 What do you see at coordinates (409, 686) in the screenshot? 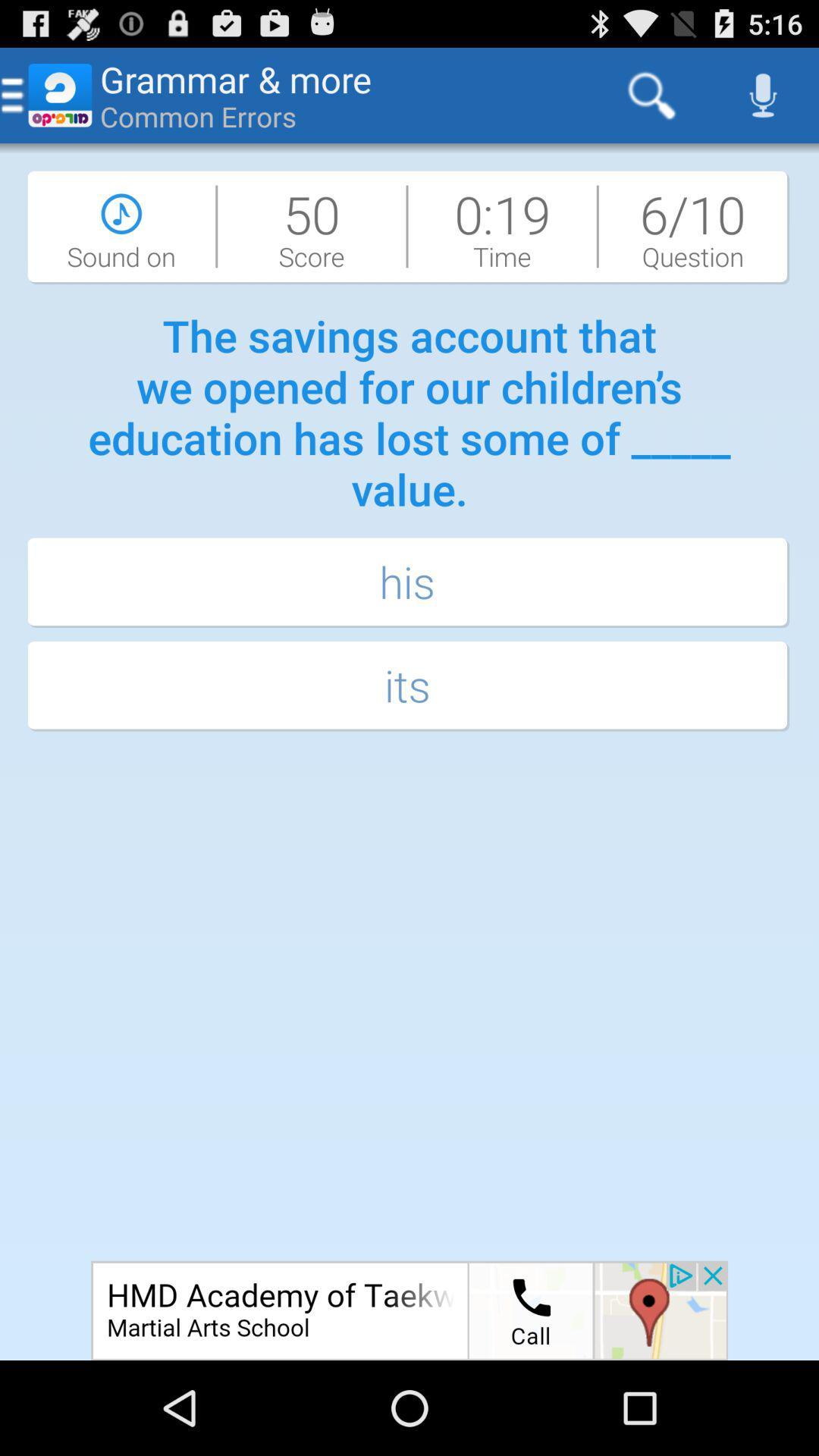
I see `item below the his icon` at bounding box center [409, 686].